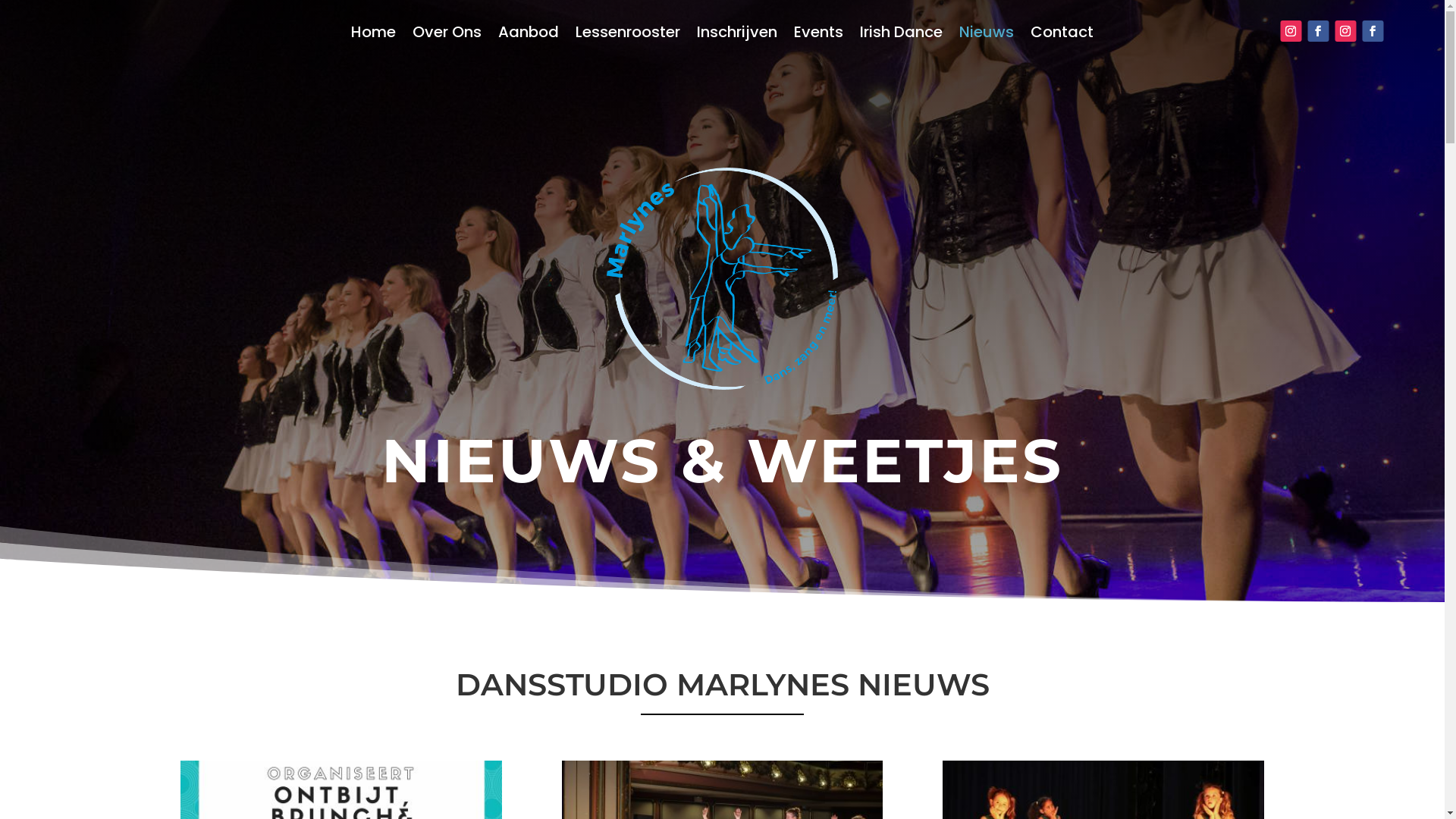  Describe the element at coordinates (628, 34) in the screenshot. I see `'Lessenrooster'` at that location.